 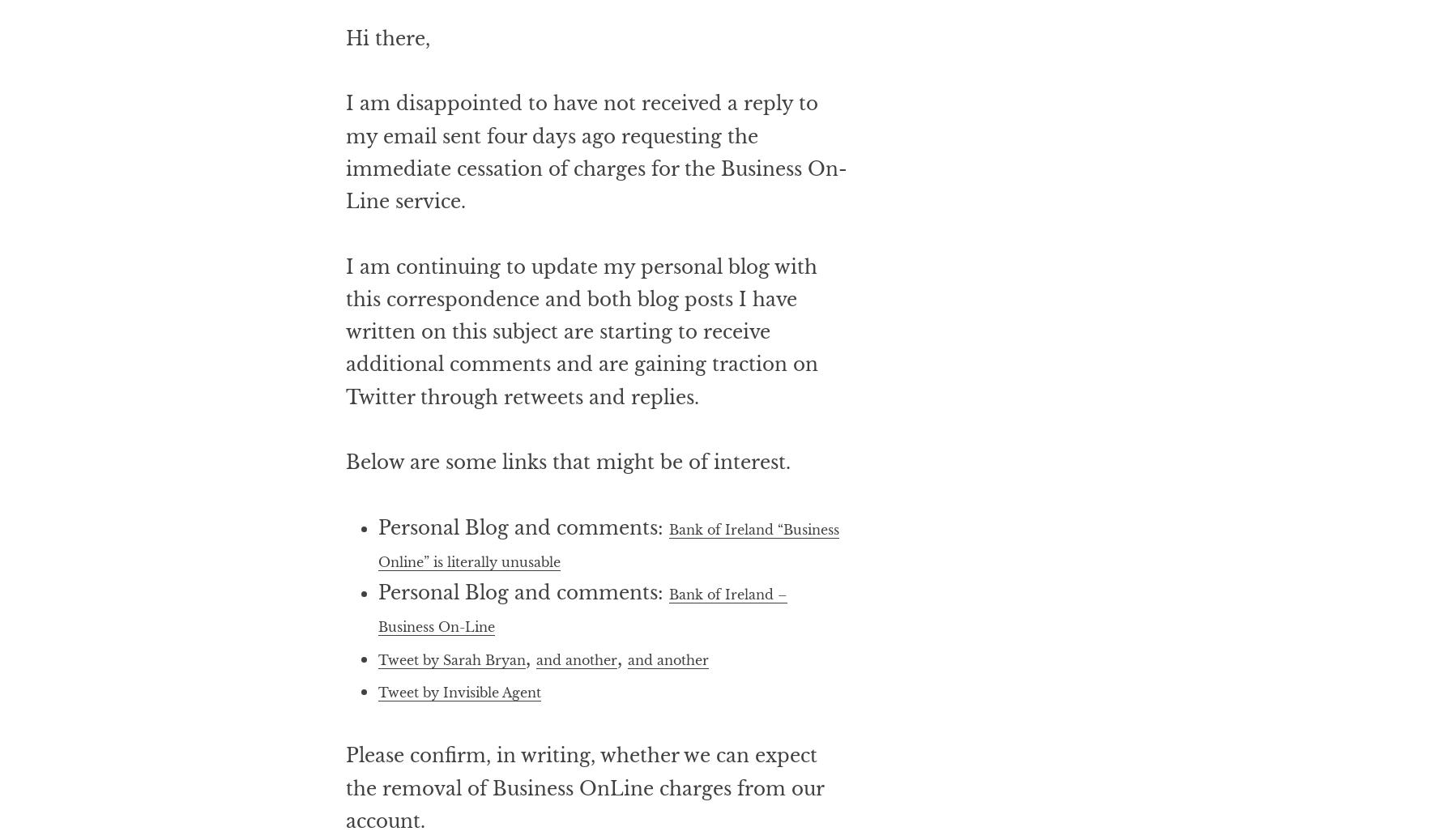 I want to click on 'Below are some links that might be of interest.', so click(x=566, y=527).